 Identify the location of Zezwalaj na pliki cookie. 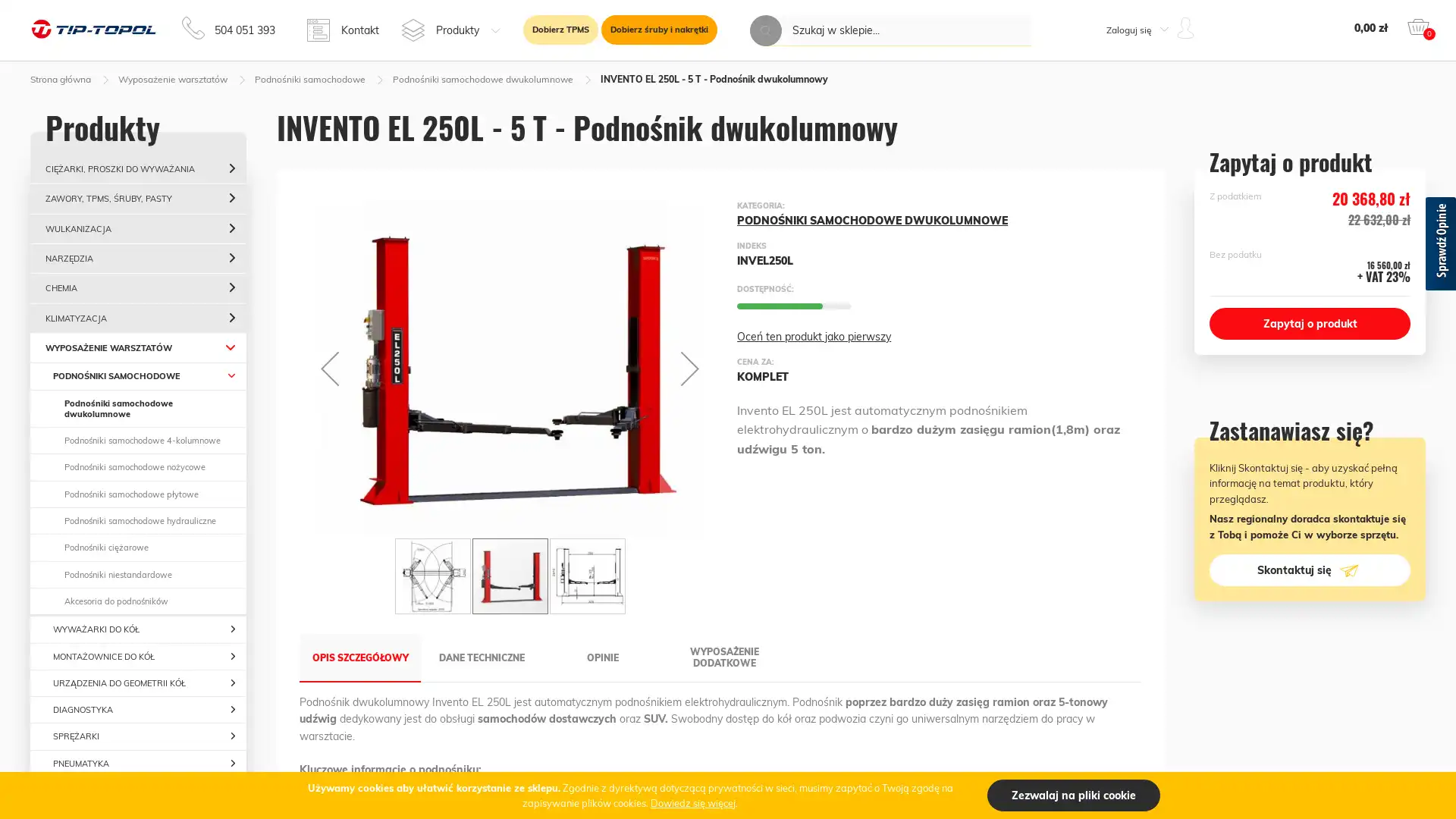
(1073, 795).